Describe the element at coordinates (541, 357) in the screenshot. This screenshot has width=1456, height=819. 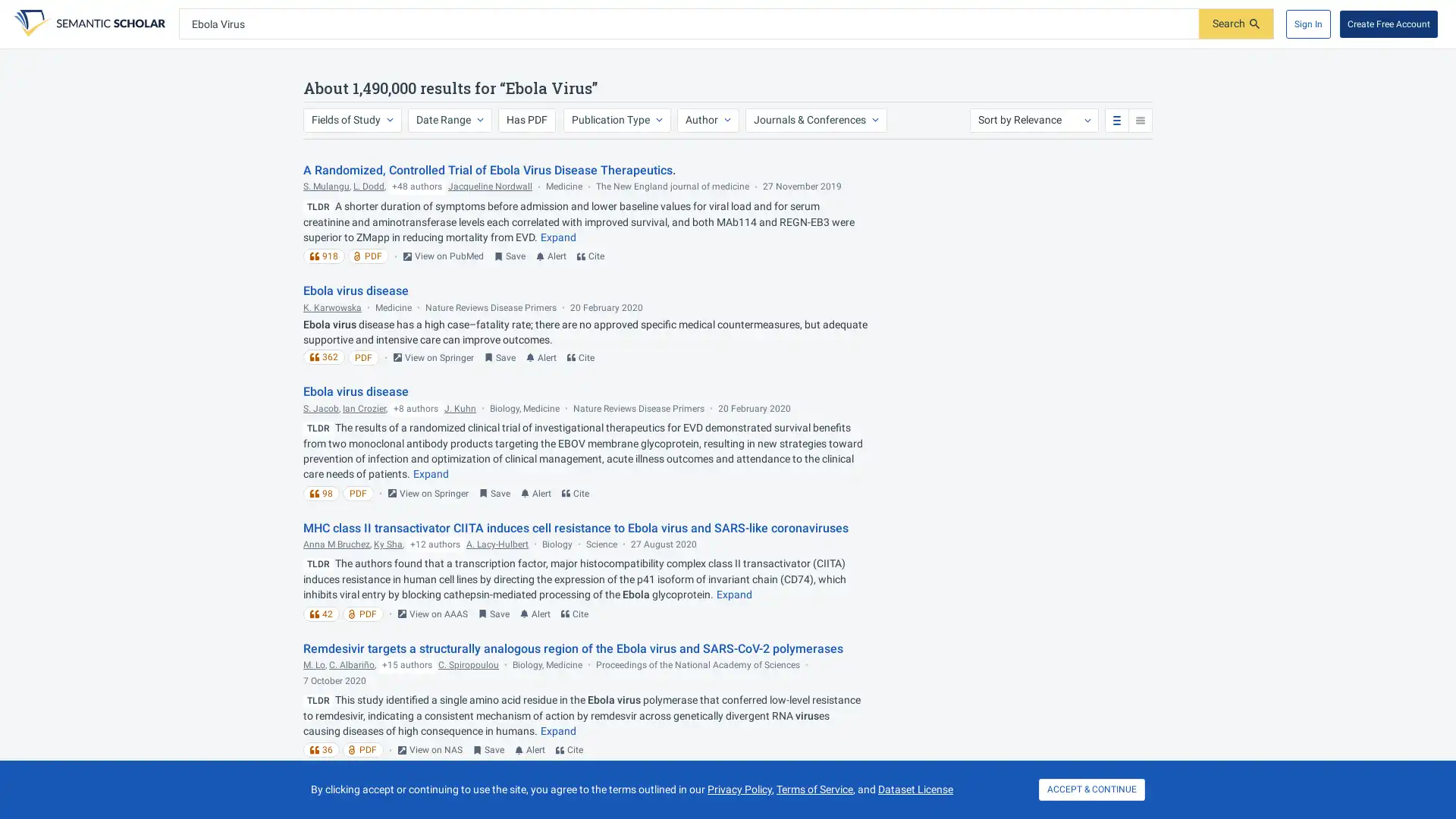
I see `Turn on email alert for this paper` at that location.